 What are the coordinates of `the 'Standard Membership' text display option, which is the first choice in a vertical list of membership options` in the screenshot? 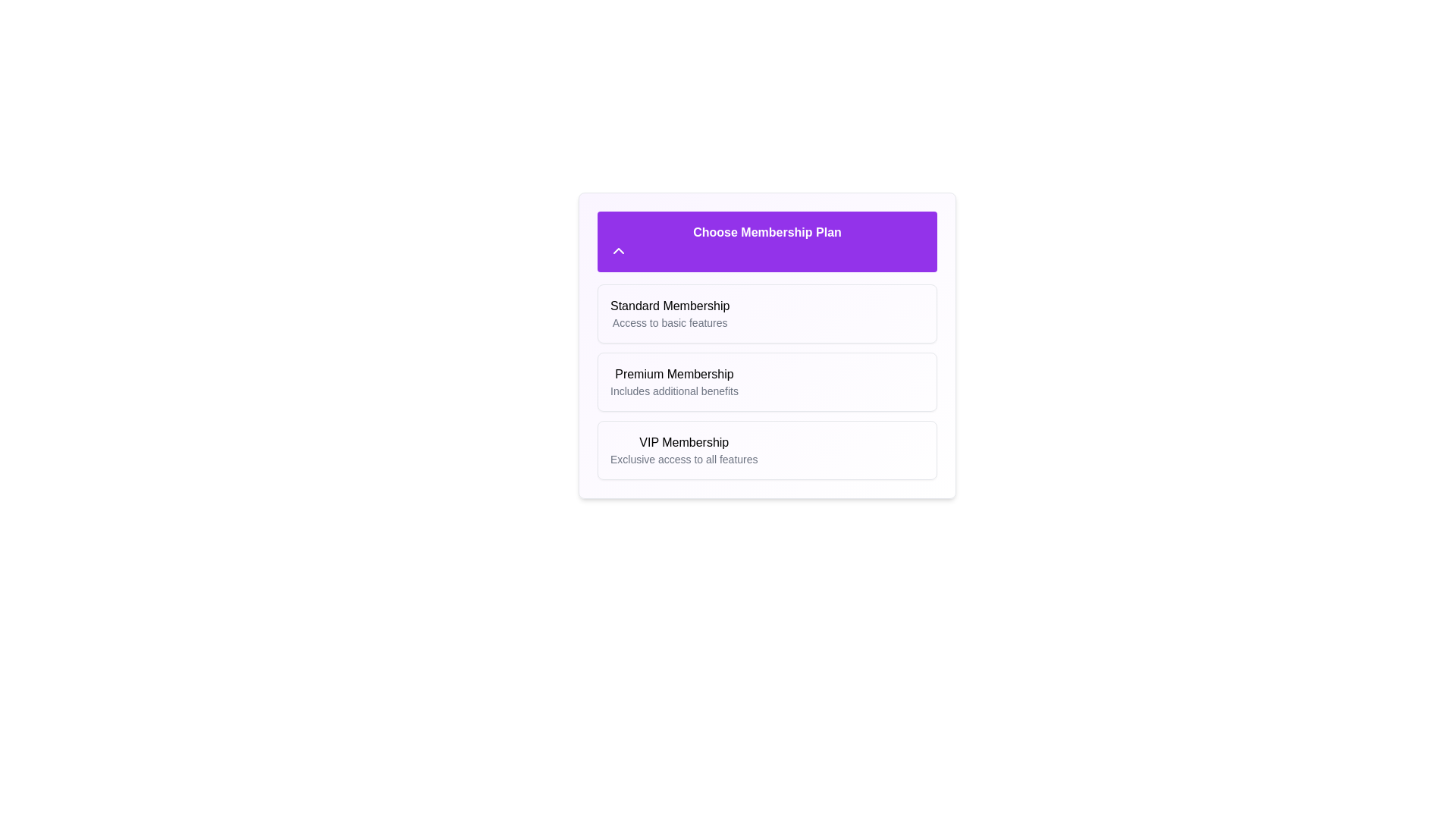 It's located at (669, 312).